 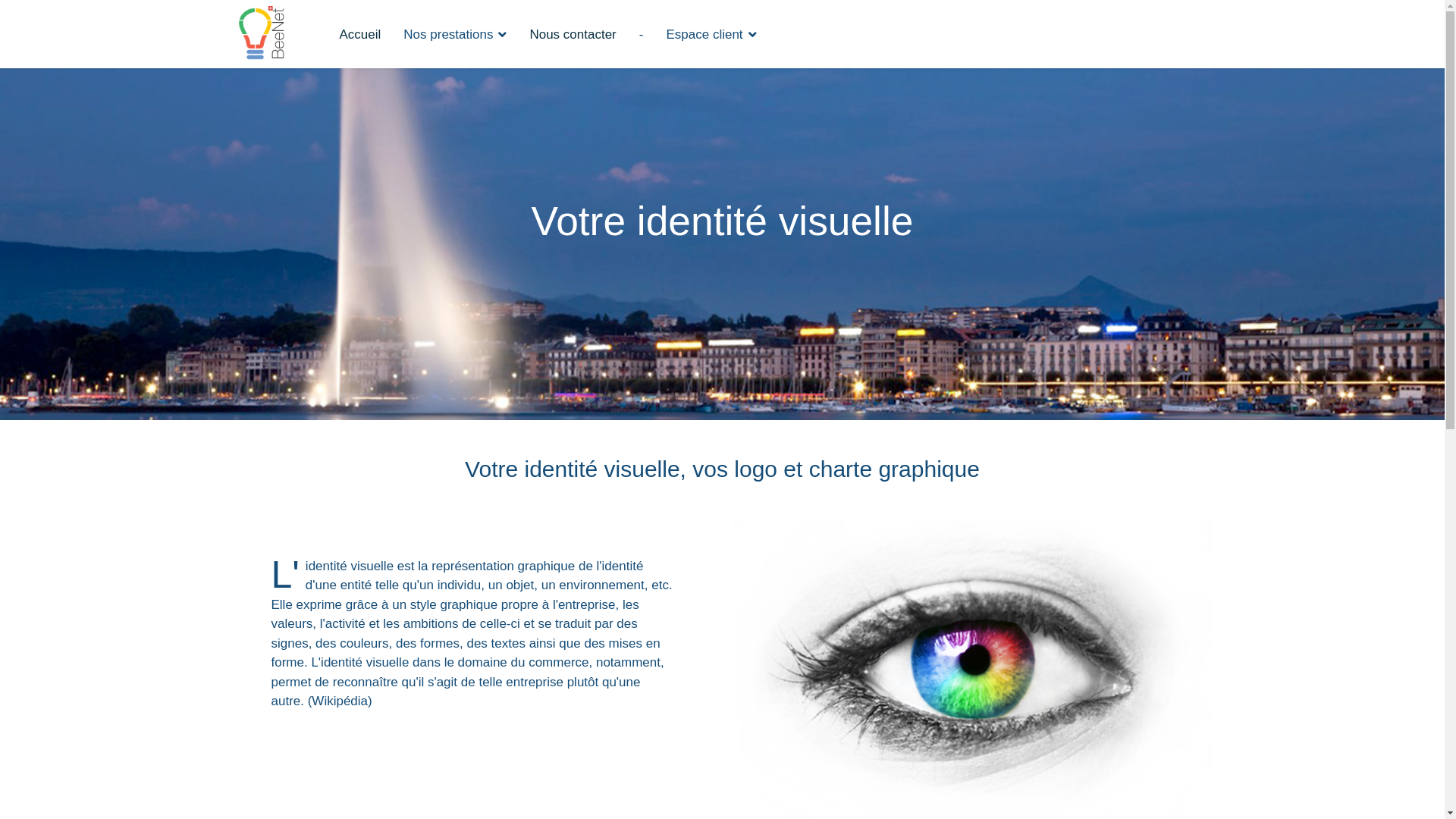 What do you see at coordinates (359, 34) in the screenshot?
I see `'Accueil'` at bounding box center [359, 34].